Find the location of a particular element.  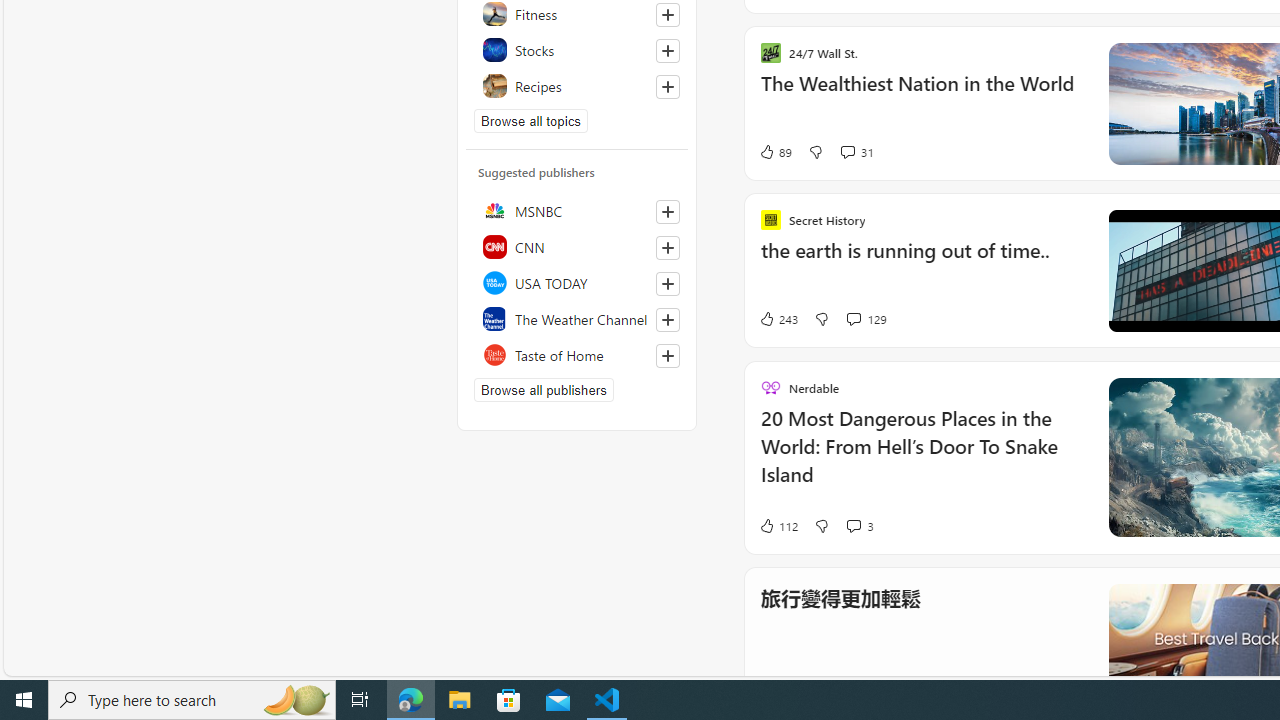

'View comments 129 Comment' is located at coordinates (865, 318).